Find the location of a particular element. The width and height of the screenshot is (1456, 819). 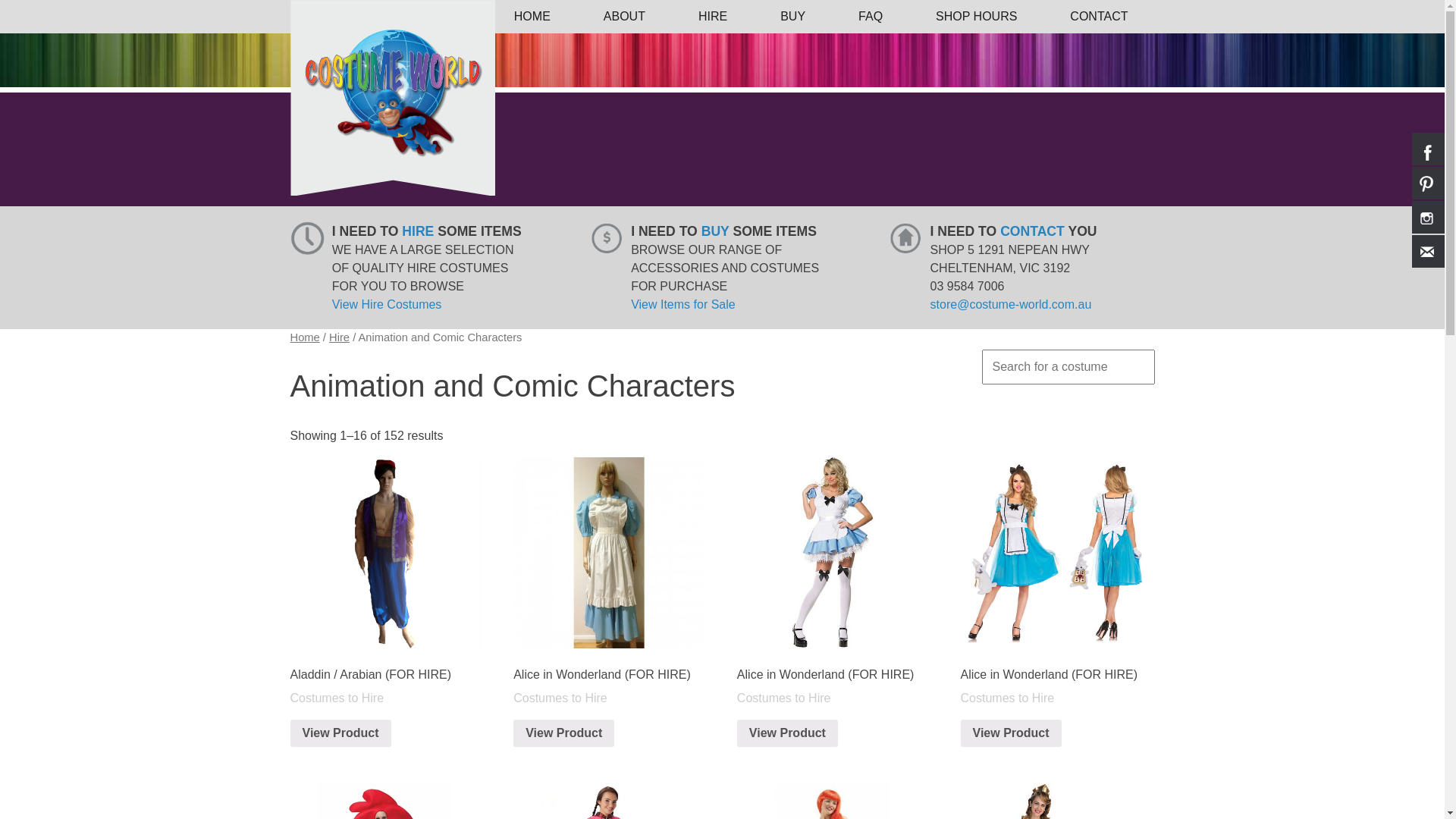

'View Items for Sale' is located at coordinates (682, 304).